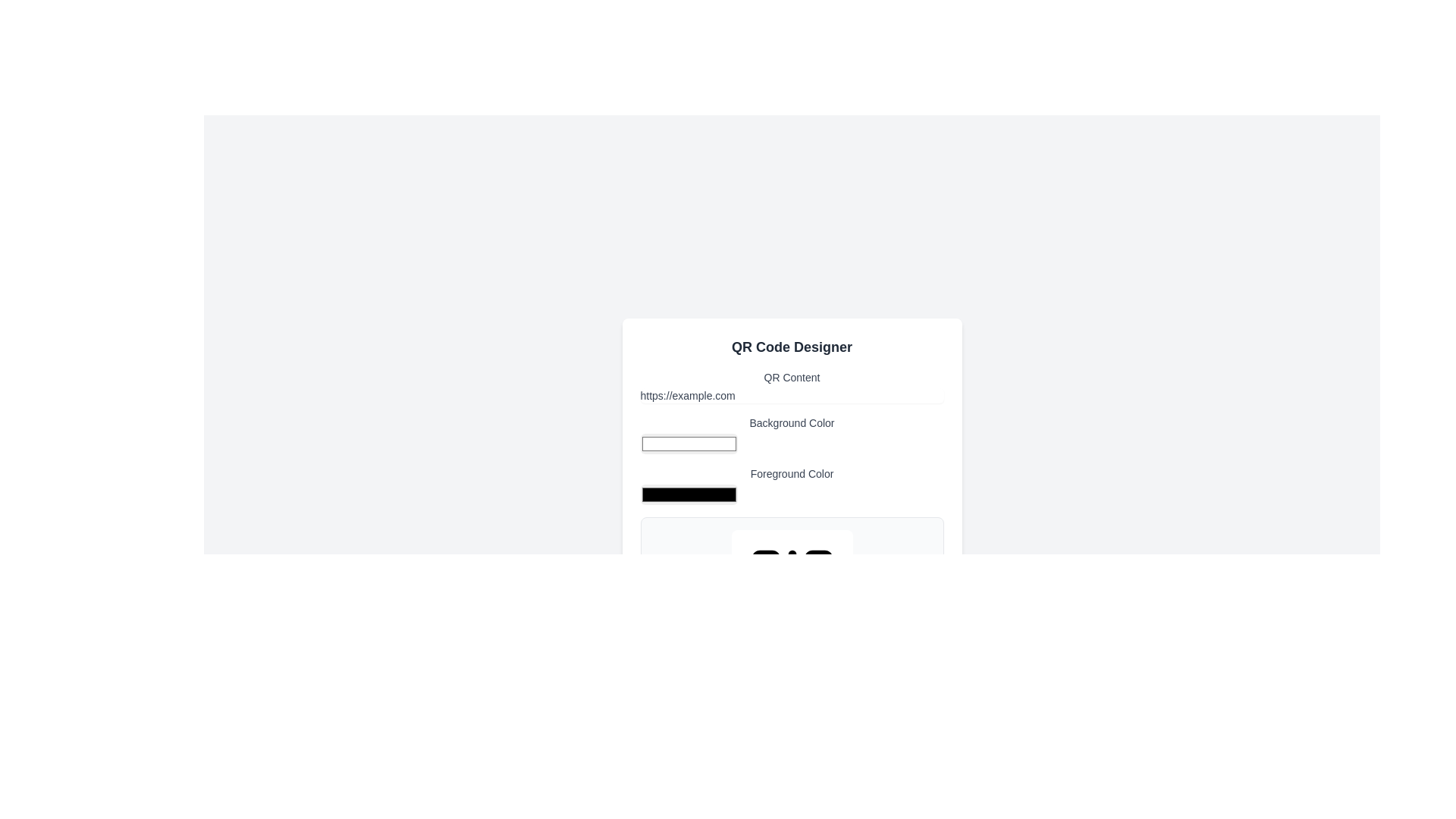 The height and width of the screenshot is (819, 1456). What do you see at coordinates (688, 444) in the screenshot?
I see `the Color input field located below the 'Background Color' label` at bounding box center [688, 444].